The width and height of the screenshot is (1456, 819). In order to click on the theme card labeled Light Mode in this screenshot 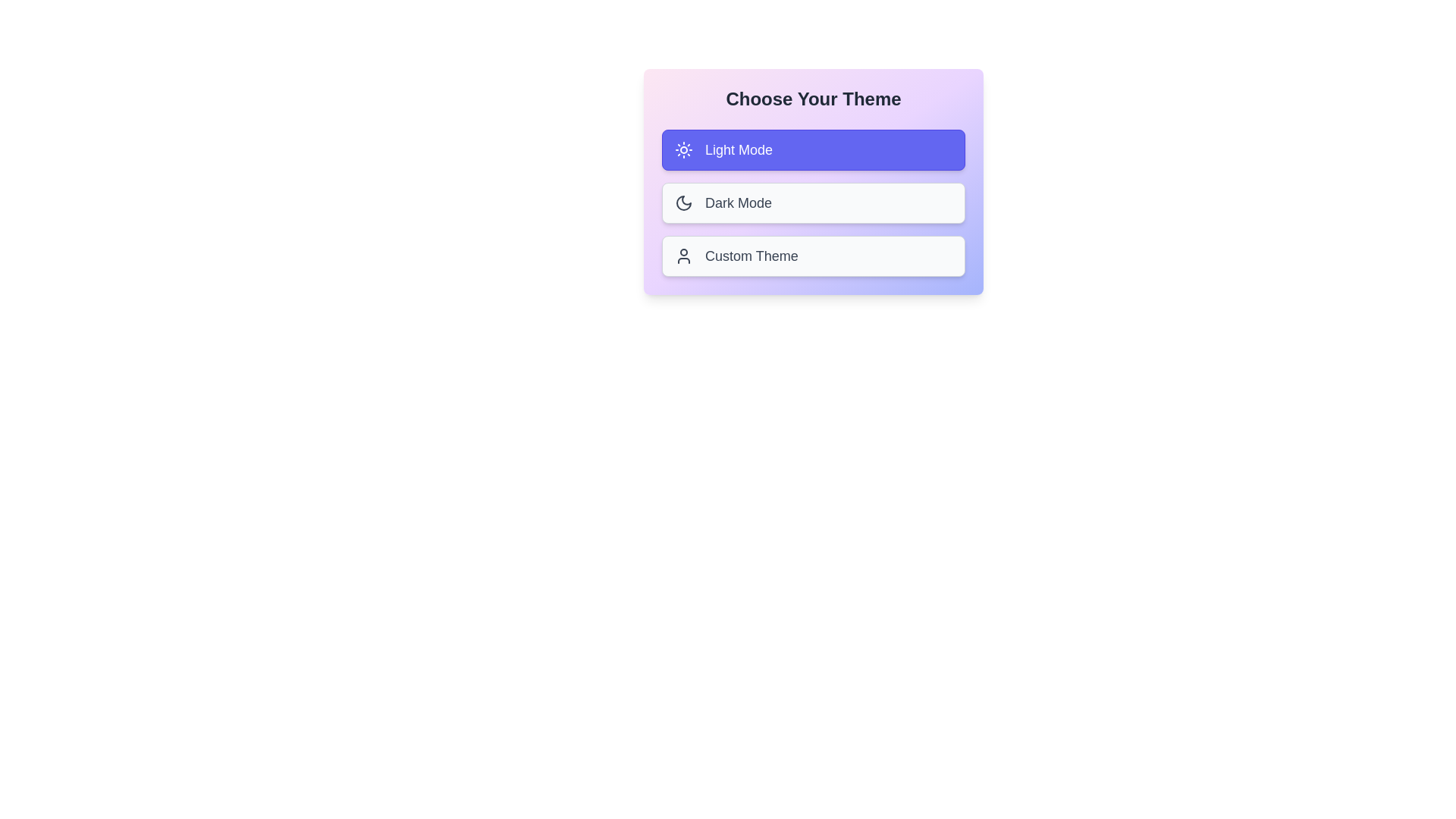, I will do `click(813, 149)`.